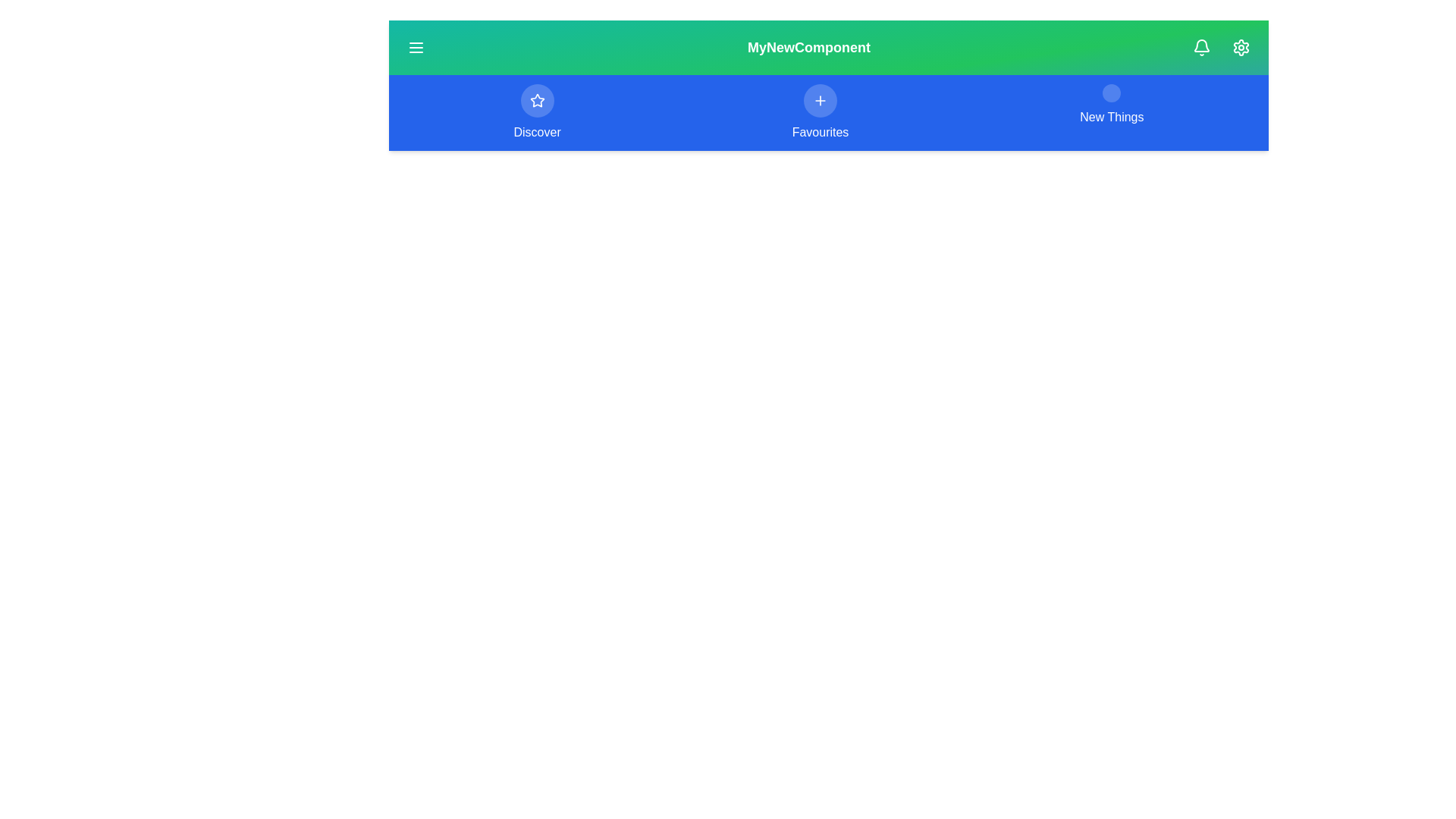 This screenshot has height=819, width=1456. Describe the element at coordinates (819, 112) in the screenshot. I see `the menu option Favourites` at that location.